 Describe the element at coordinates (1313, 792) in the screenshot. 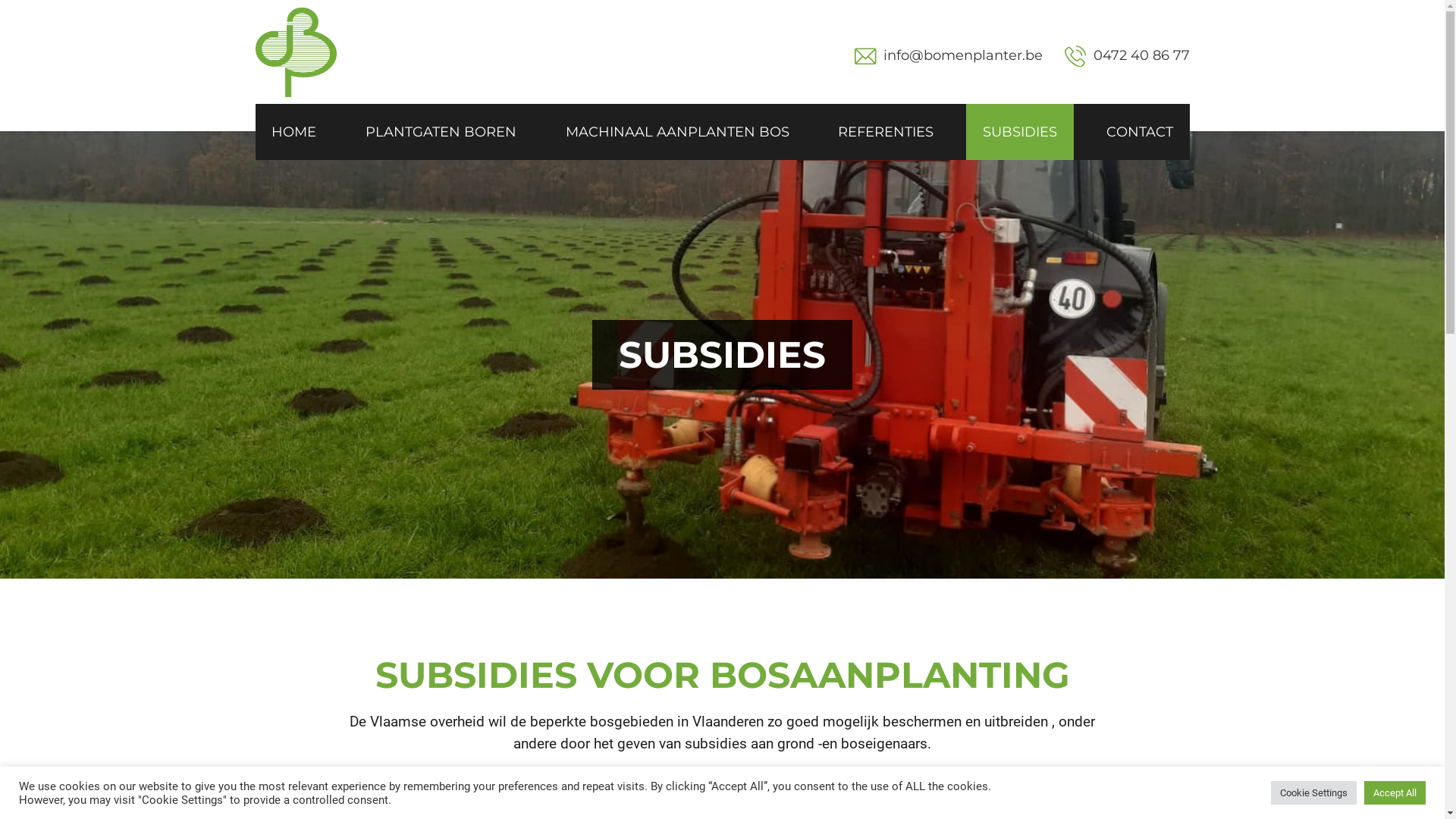

I see `'Cookie Settings'` at that location.